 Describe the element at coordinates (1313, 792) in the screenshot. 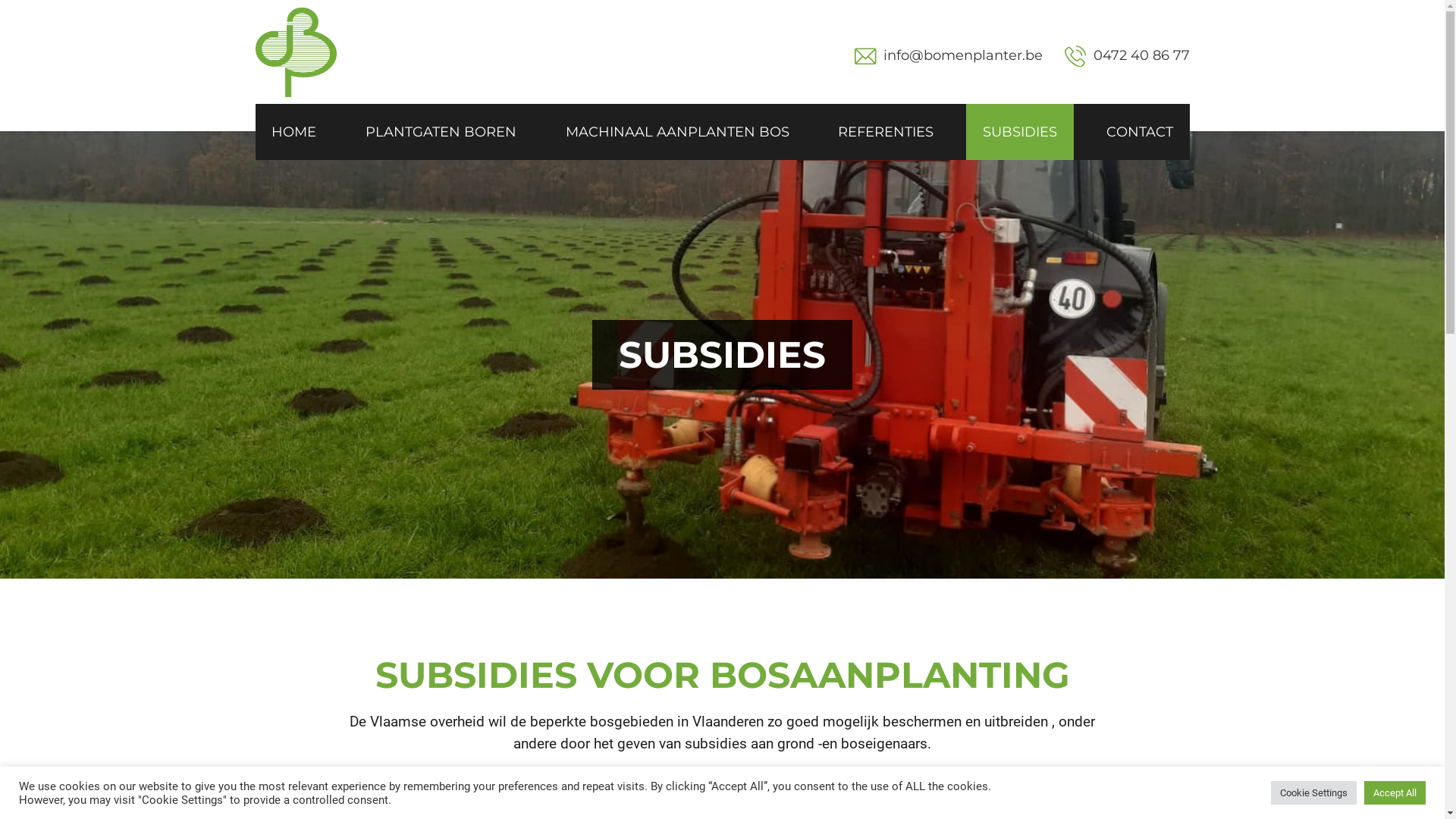

I see `'Cookie Settings'` at that location.